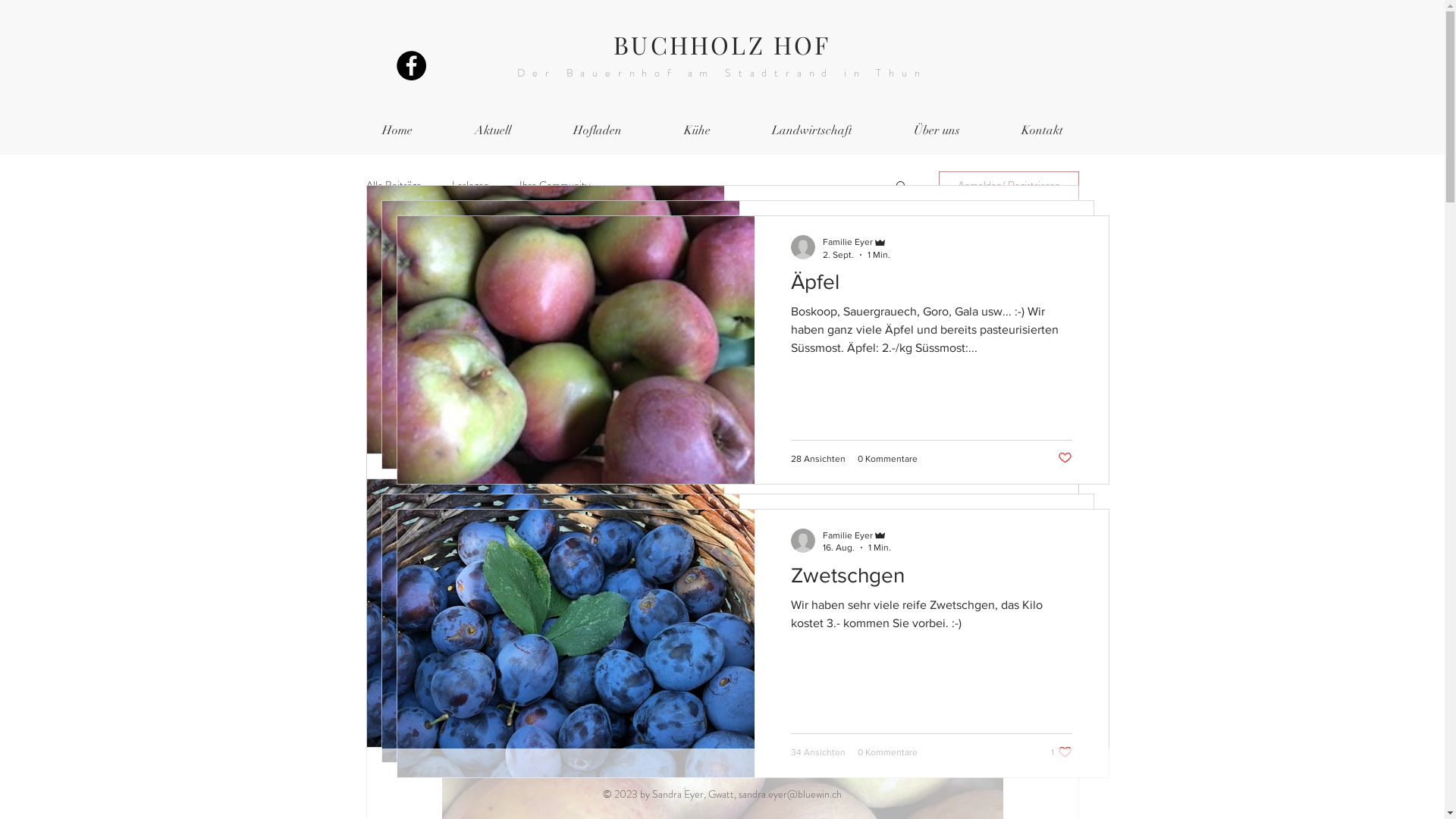  Describe the element at coordinates (1040, 130) in the screenshot. I see `'Kontakt'` at that location.